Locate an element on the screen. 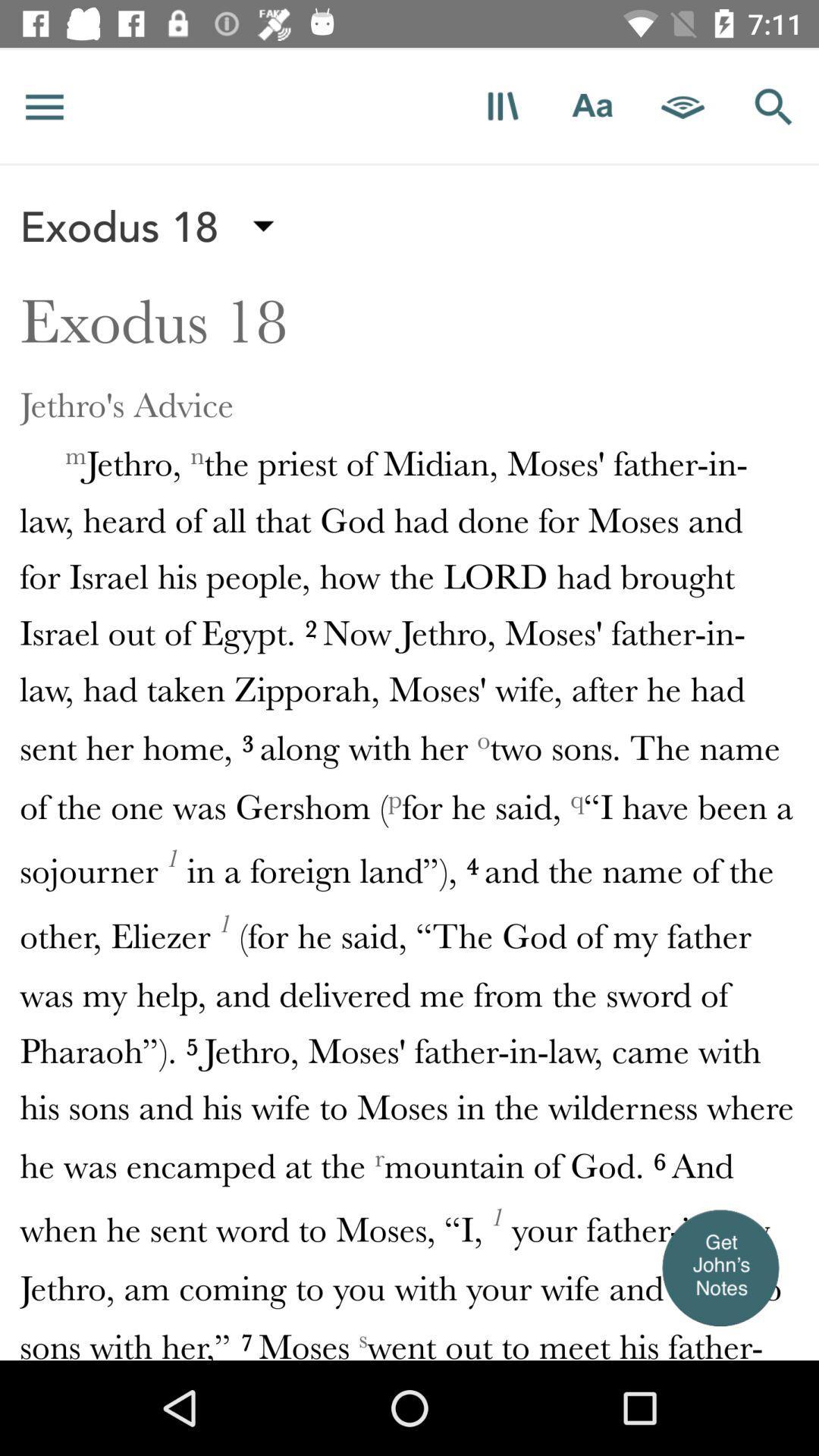  bookmark that page is located at coordinates (502, 105).